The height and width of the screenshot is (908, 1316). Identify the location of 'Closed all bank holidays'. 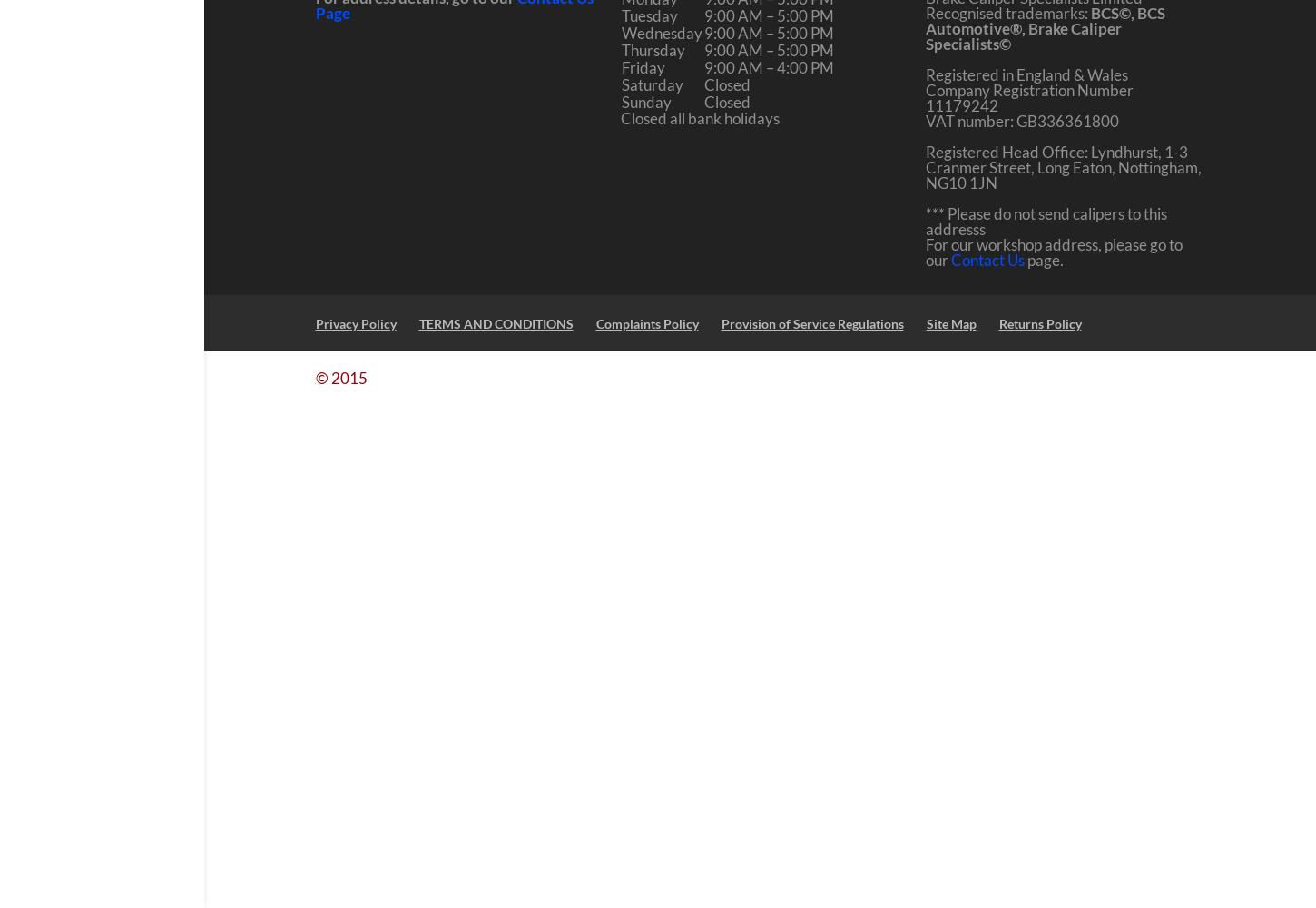
(699, 118).